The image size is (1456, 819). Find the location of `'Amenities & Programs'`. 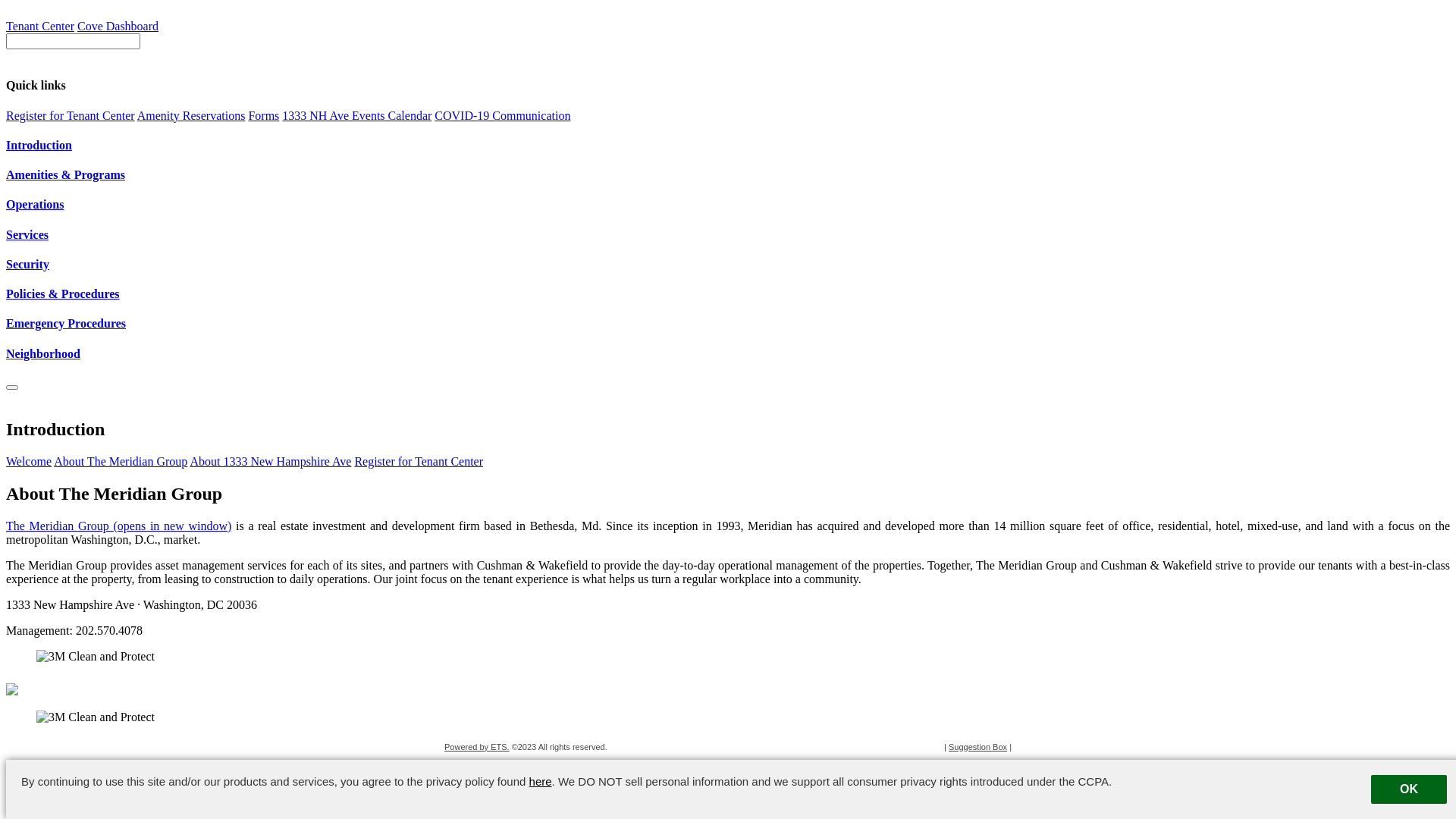

'Amenities & Programs' is located at coordinates (728, 174).